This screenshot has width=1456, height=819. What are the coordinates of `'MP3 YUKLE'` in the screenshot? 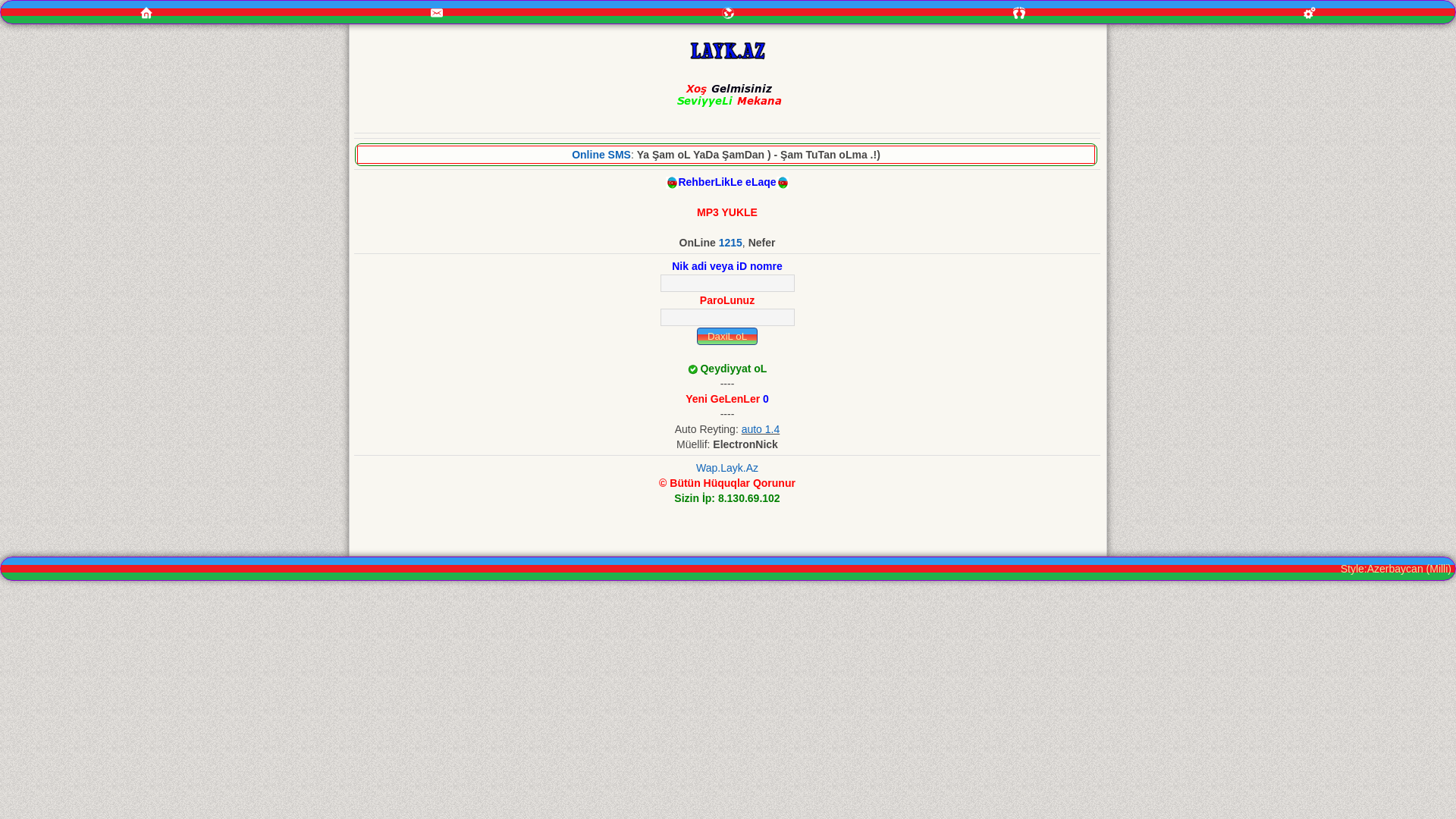 It's located at (726, 212).